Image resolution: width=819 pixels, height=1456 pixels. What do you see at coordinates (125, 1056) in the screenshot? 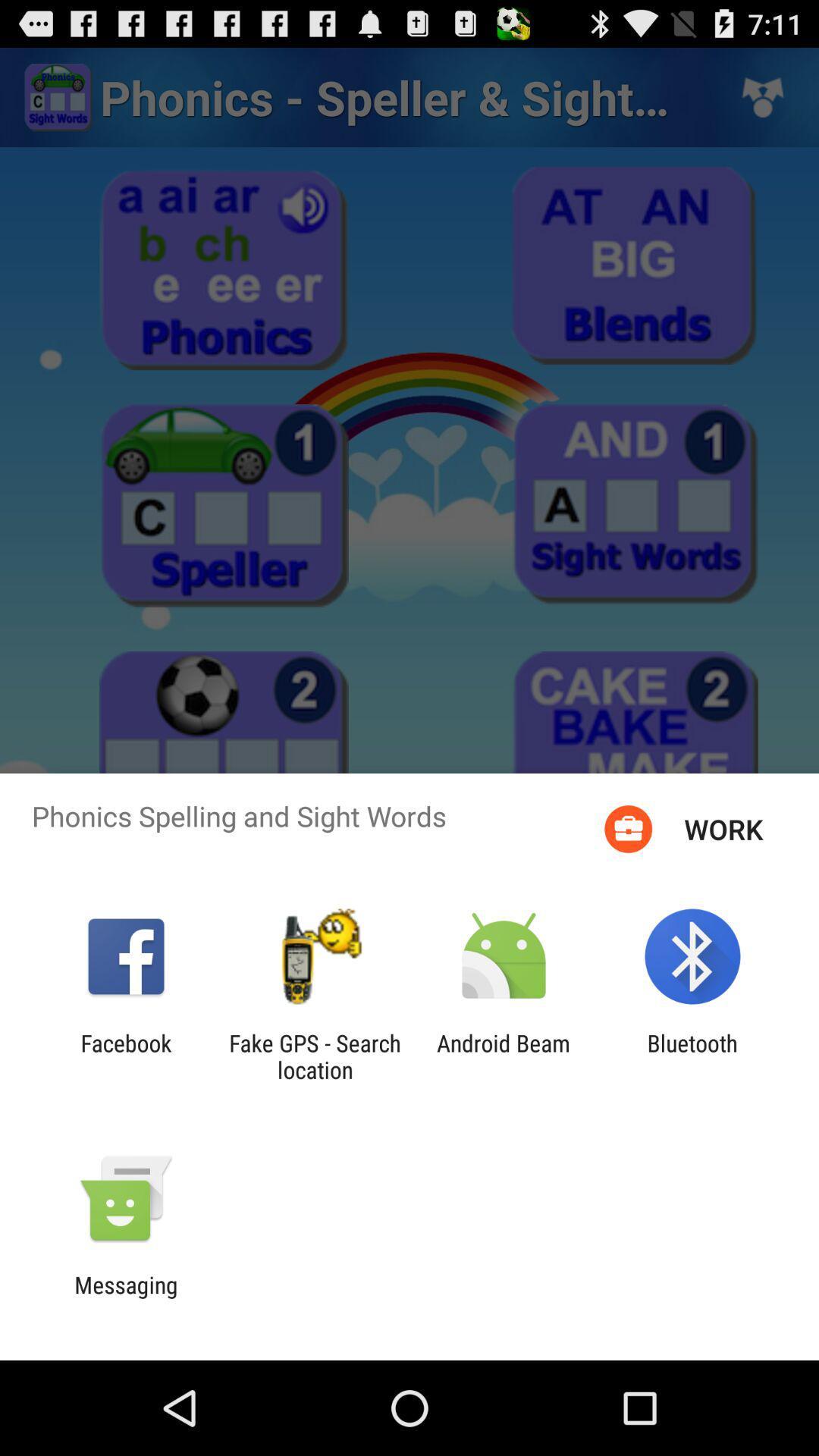
I see `the app next to fake gps search` at bounding box center [125, 1056].